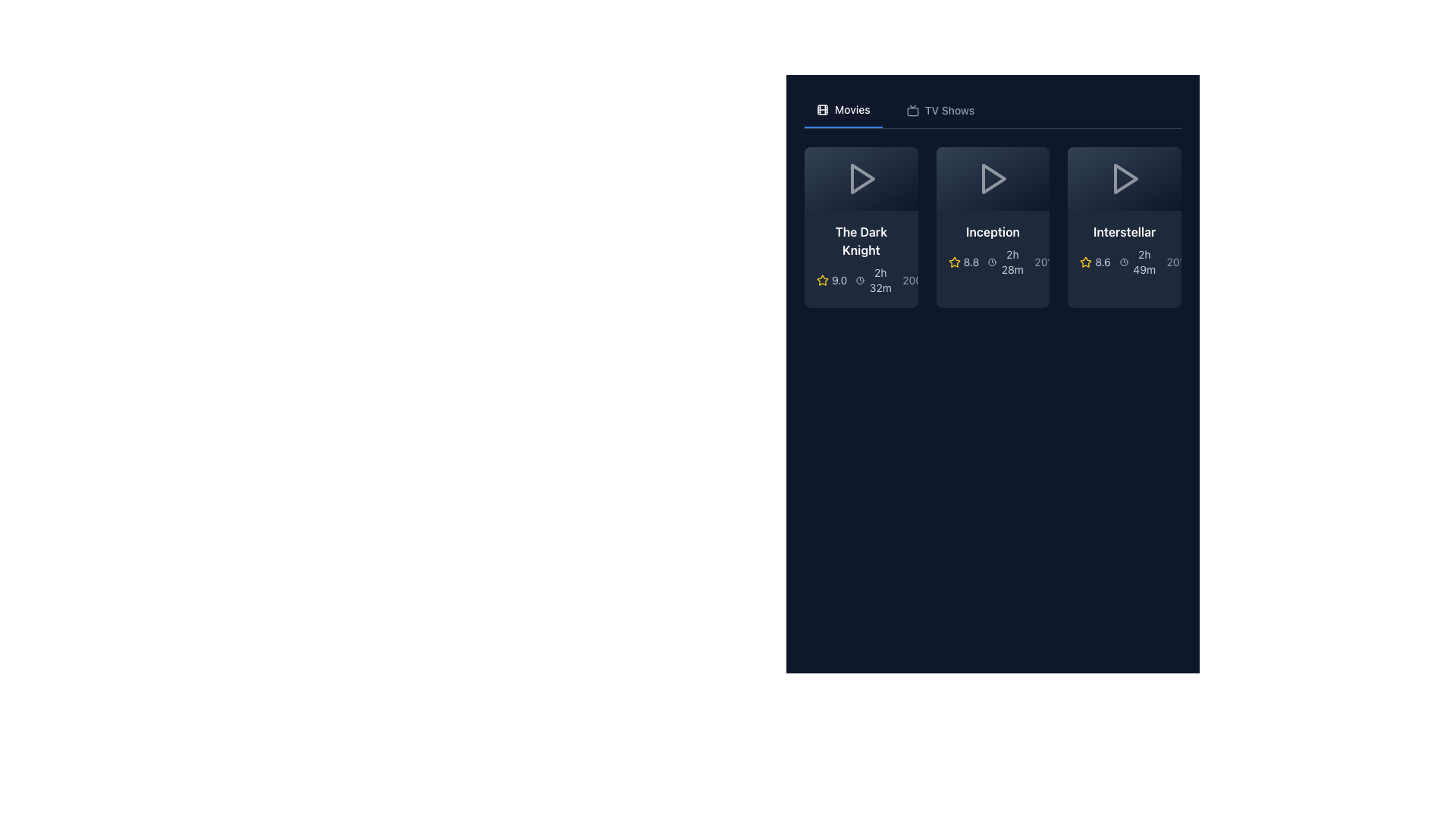 This screenshot has height=819, width=1456. What do you see at coordinates (1095, 262) in the screenshot?
I see `the static text label displaying the rating value '8.6', which is located adjacent to the yellow star icon in the 'Interstellar' movie card` at bounding box center [1095, 262].